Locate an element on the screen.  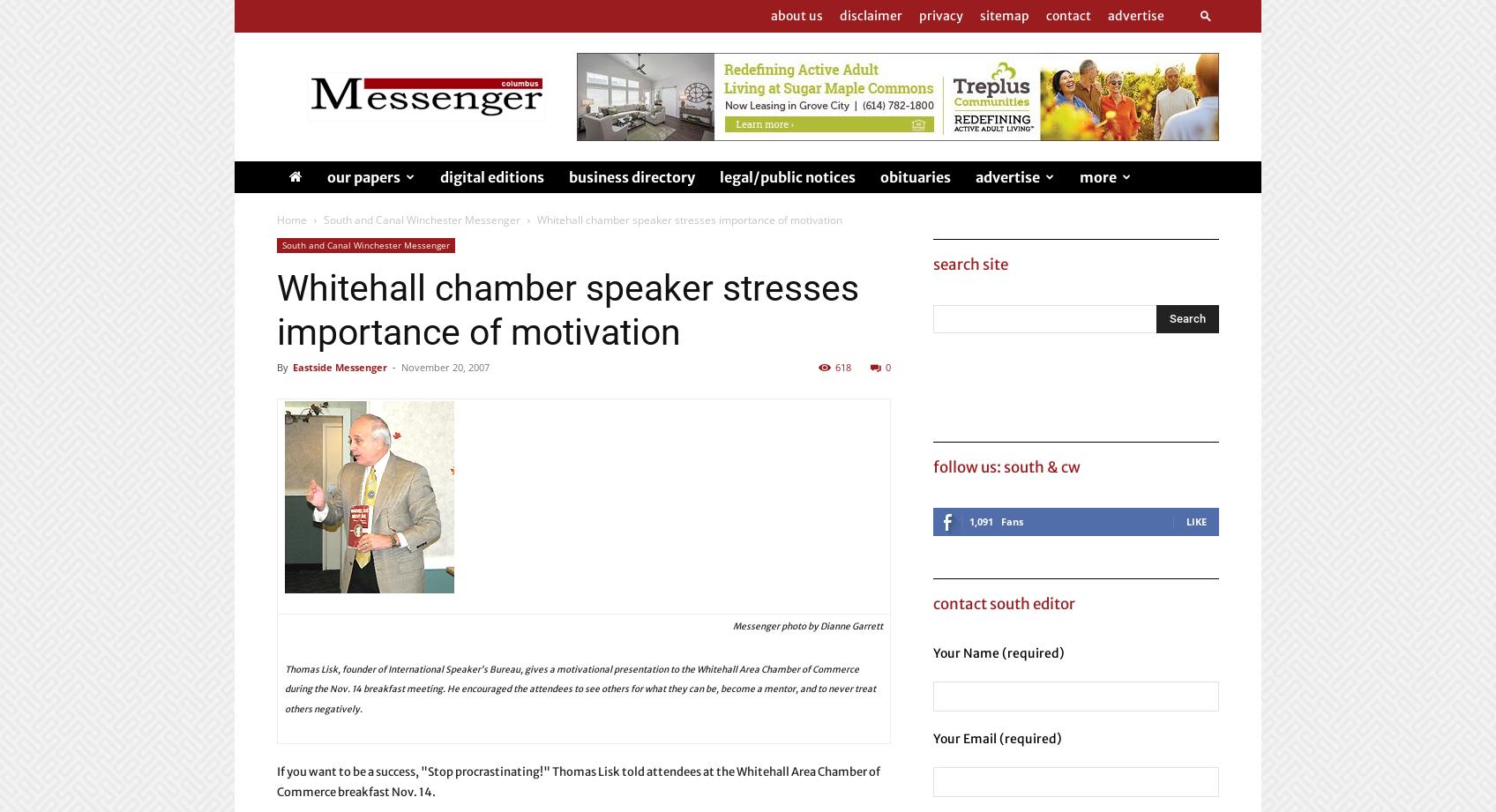
'November 20, 2007' is located at coordinates (445, 367).